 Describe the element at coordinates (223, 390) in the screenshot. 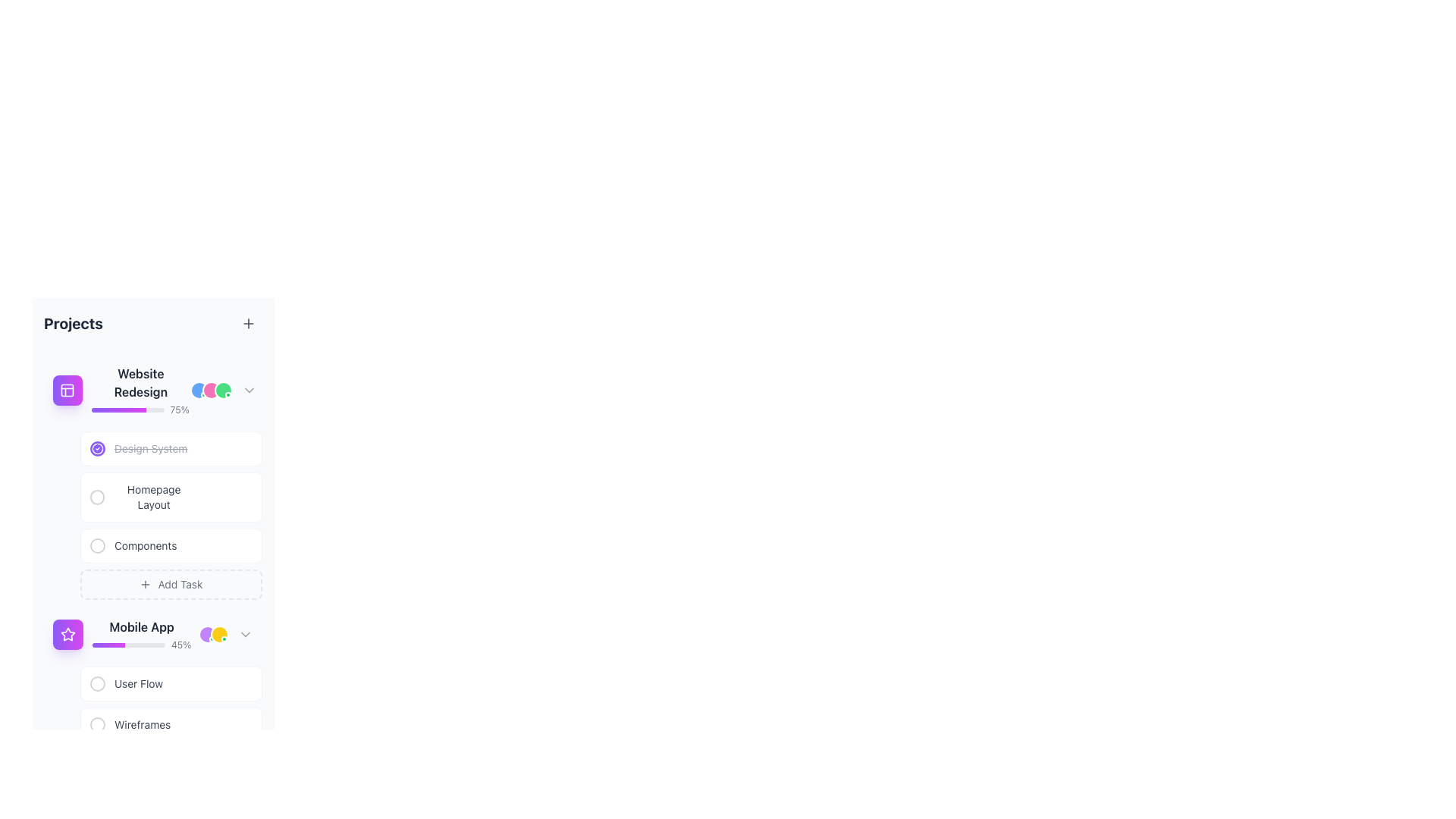

I see `the last circular profile indicator representing the online or active status of a user or task, which is located above the 'Website Redesign' project description` at that location.